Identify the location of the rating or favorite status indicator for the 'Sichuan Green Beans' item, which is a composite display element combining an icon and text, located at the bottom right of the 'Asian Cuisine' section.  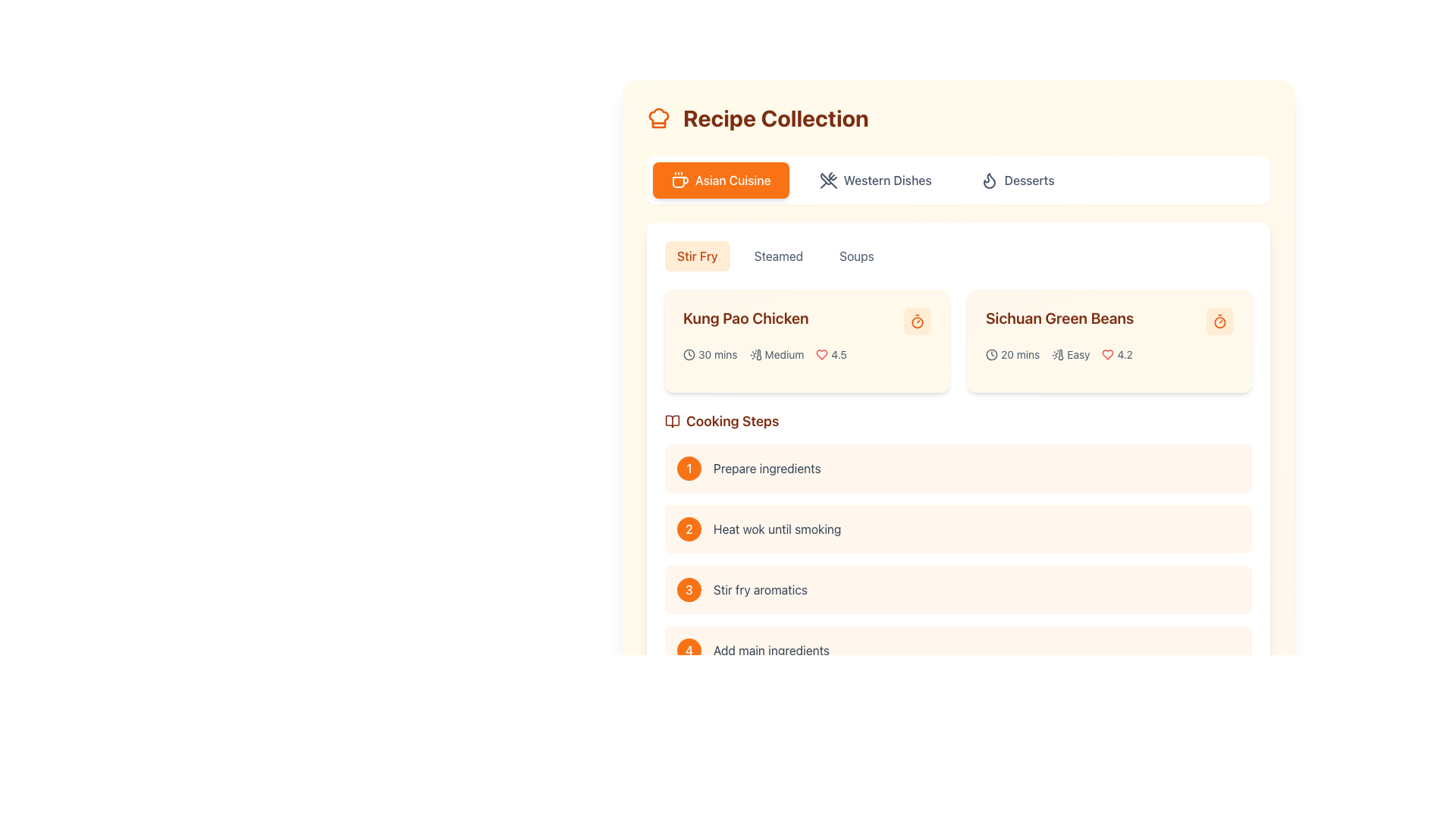
(1117, 354).